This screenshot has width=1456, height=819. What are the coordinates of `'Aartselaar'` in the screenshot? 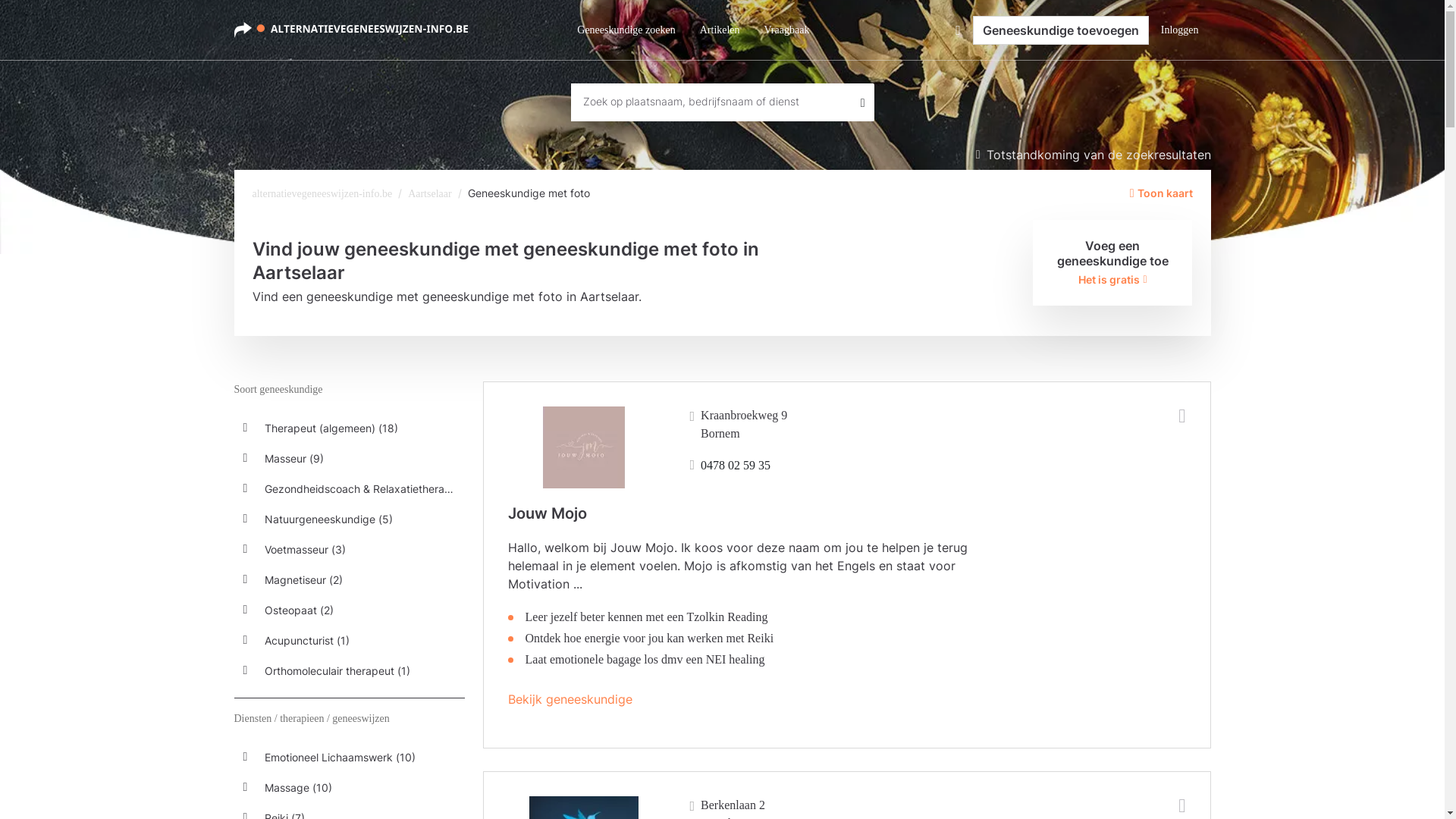 It's located at (428, 193).